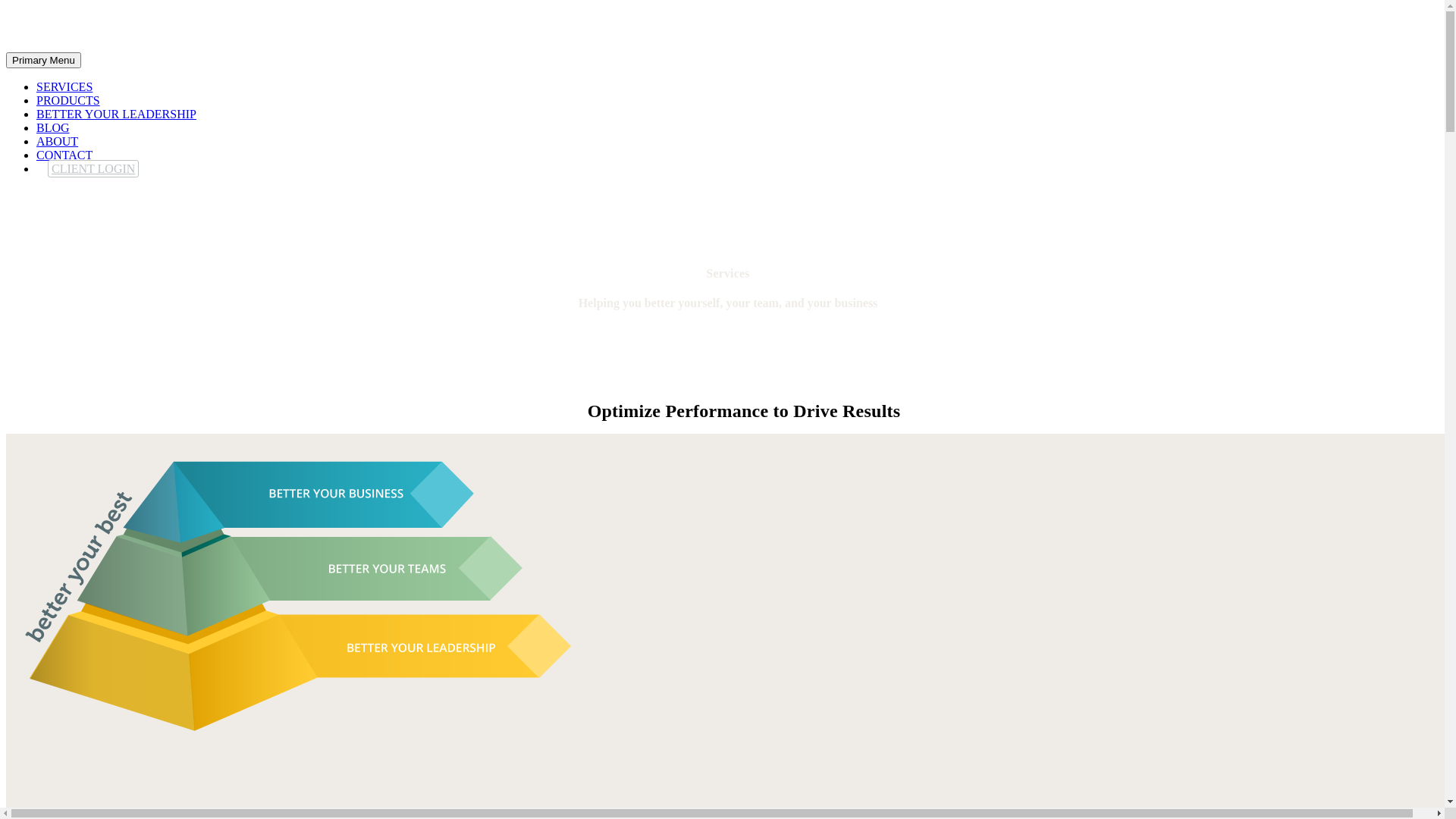  I want to click on 'Primary Menu', so click(43, 59).